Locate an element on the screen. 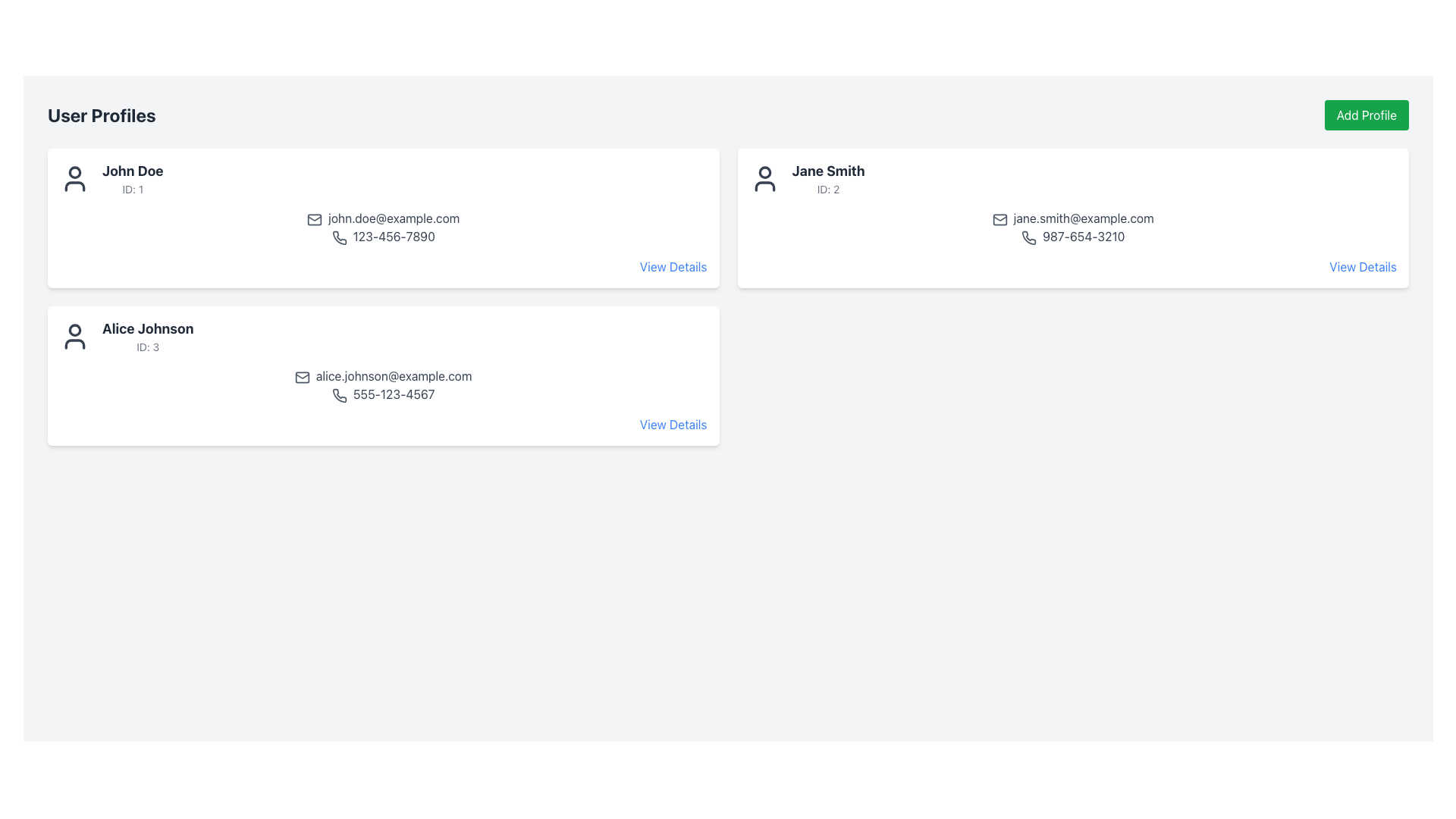 Image resolution: width=1456 pixels, height=819 pixels. text component displaying the name 'John Doe' and the ID '1' from the first user profile card in the upper-left corner of the layout is located at coordinates (133, 177).